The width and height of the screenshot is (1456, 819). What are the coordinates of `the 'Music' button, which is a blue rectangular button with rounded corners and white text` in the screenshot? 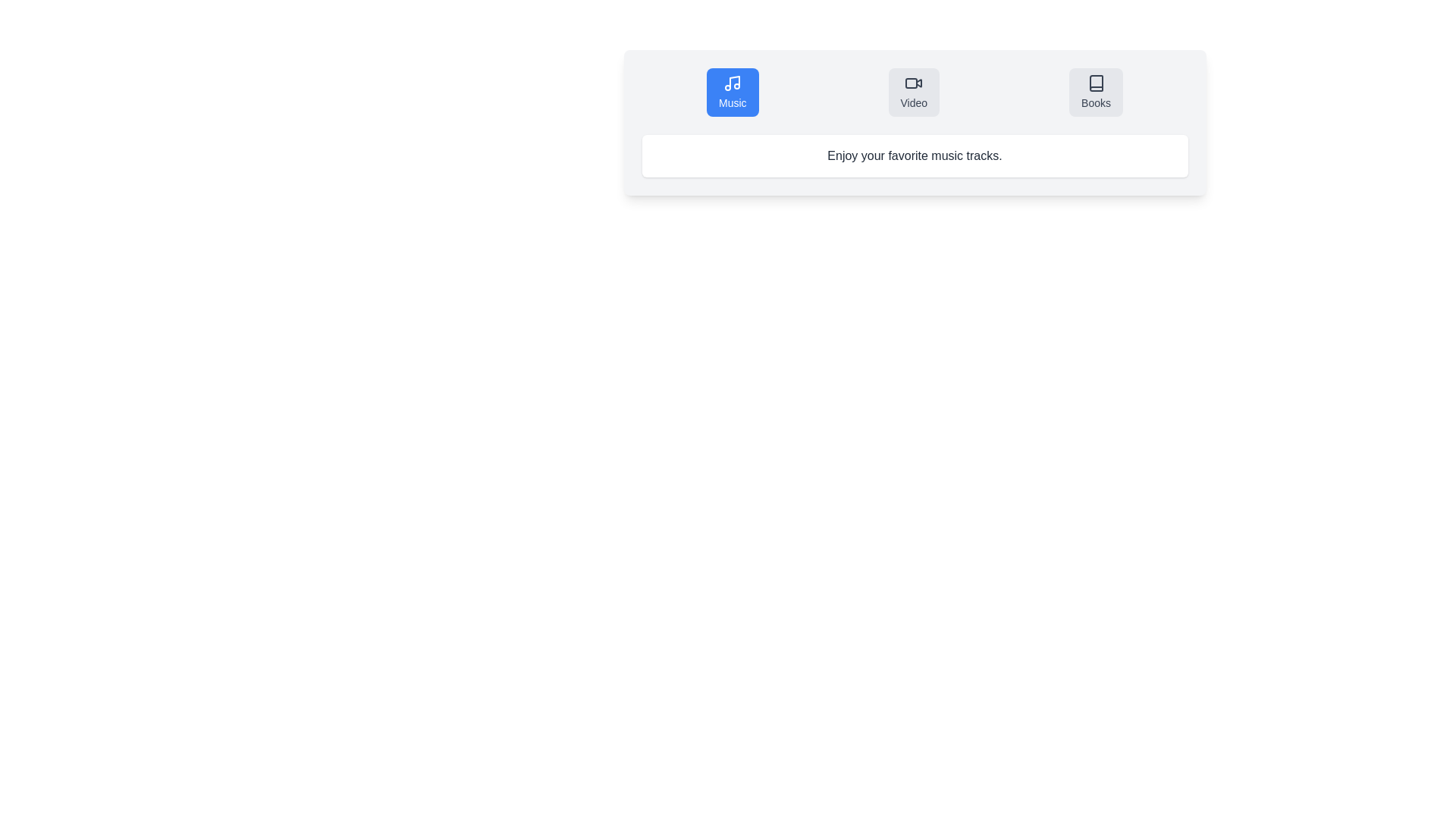 It's located at (733, 93).